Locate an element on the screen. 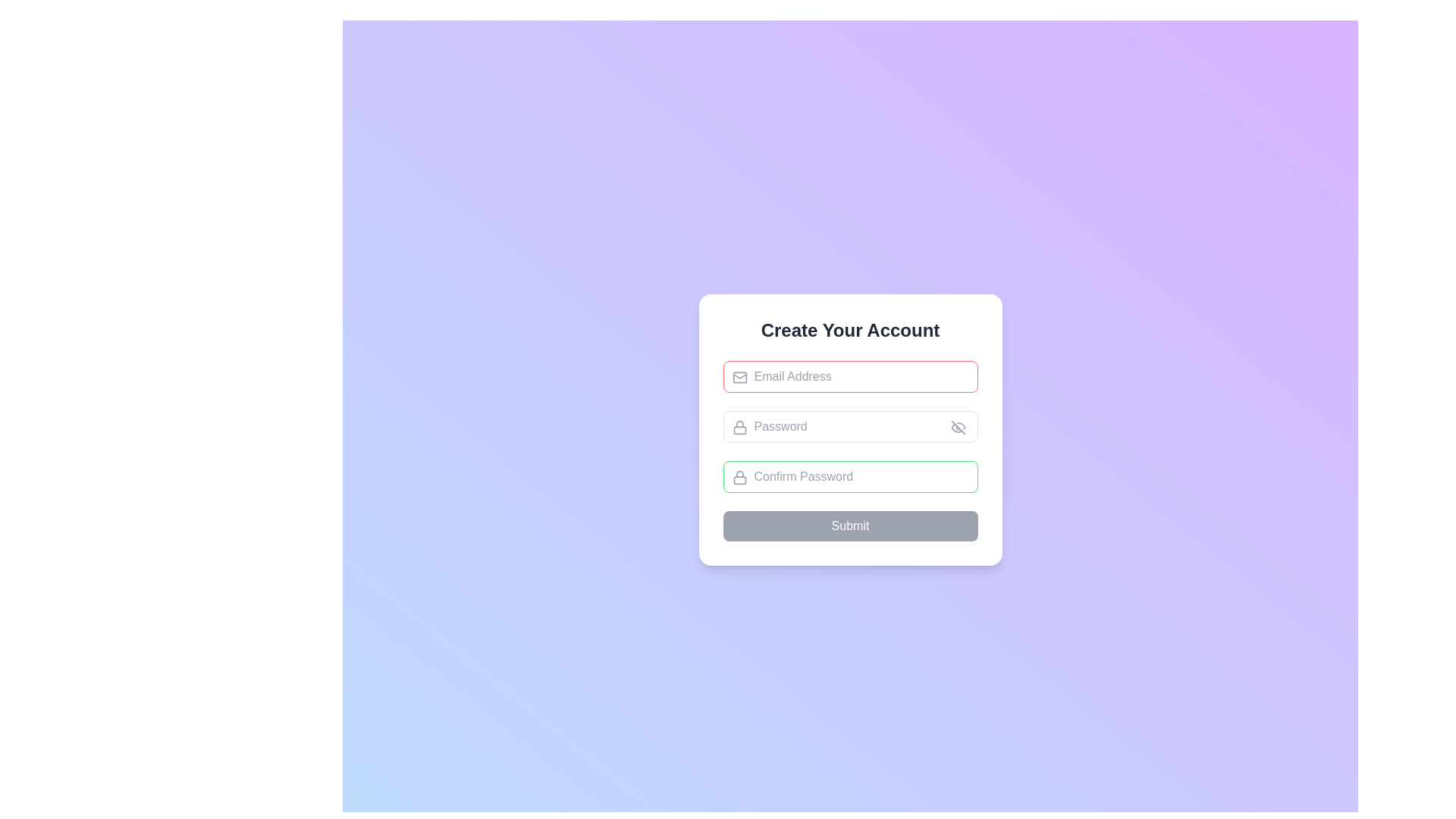  the password input field, which is the second input field in a vertically arranged form is located at coordinates (850, 427).